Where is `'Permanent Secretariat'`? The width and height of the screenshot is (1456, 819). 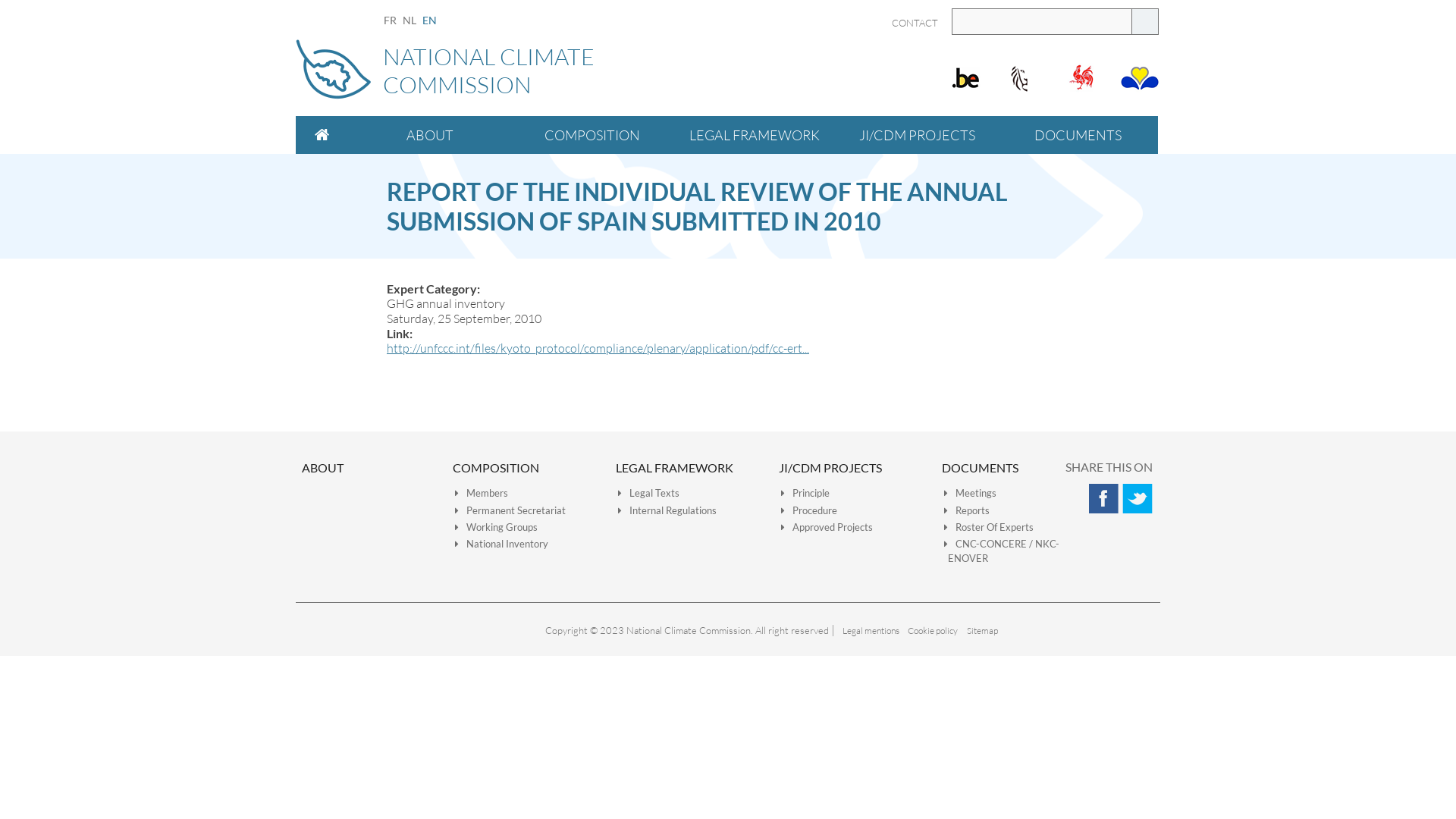
'Permanent Secretariat' is located at coordinates (454, 510).